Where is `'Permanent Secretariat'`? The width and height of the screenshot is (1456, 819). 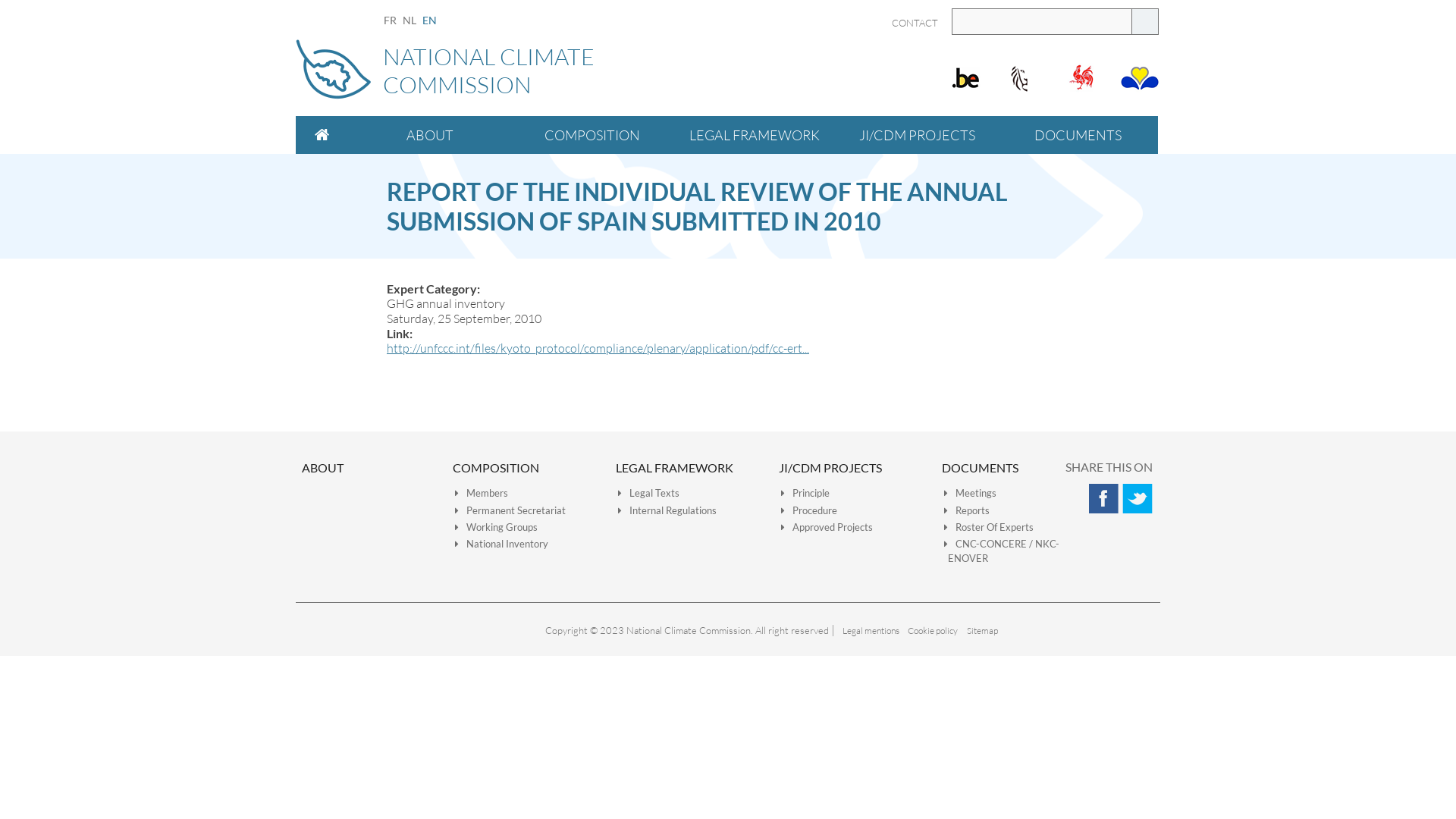
'Permanent Secretariat' is located at coordinates (454, 510).